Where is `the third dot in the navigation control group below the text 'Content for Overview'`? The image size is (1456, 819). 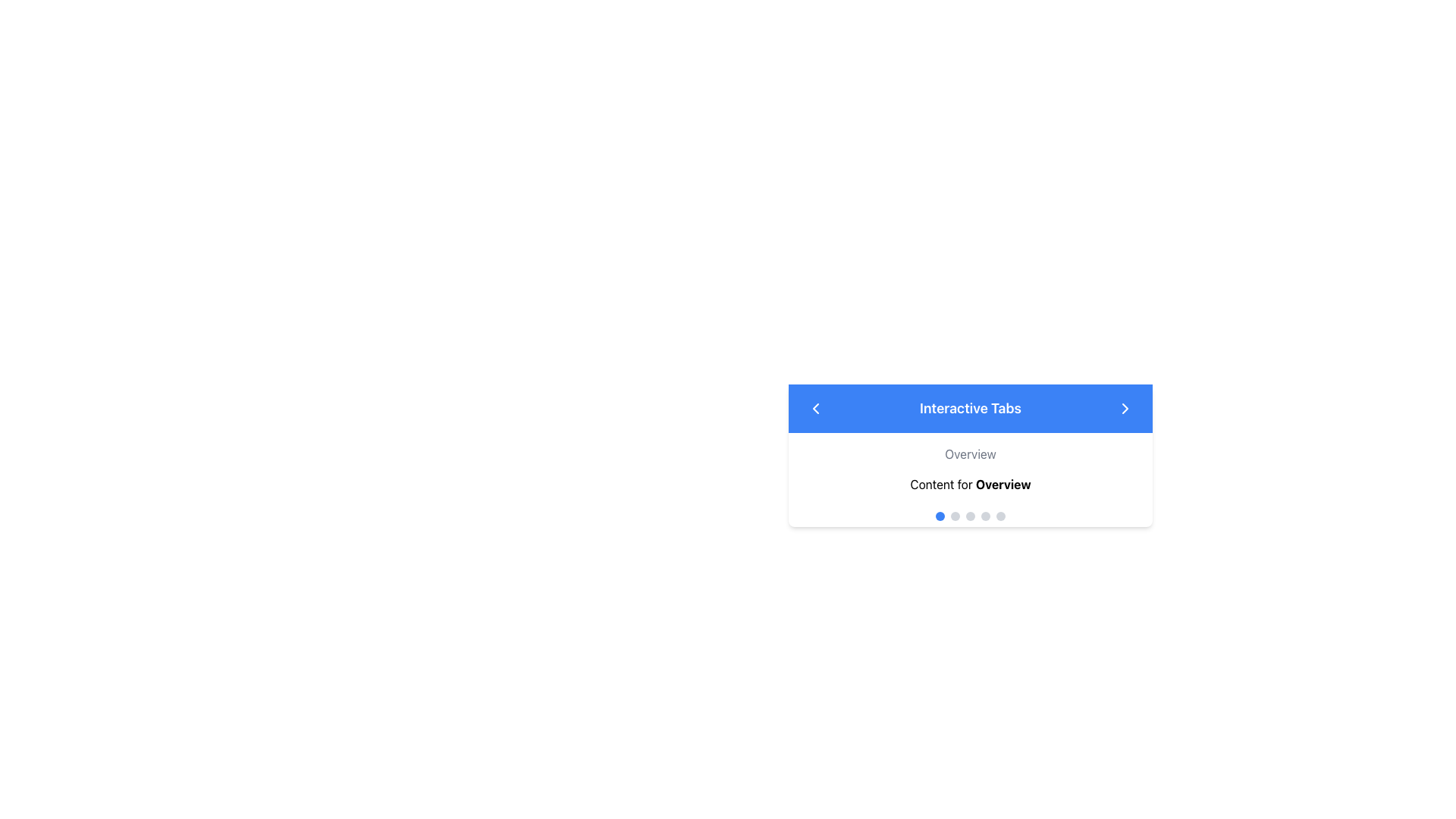 the third dot in the navigation control group below the text 'Content for Overview' is located at coordinates (971, 516).